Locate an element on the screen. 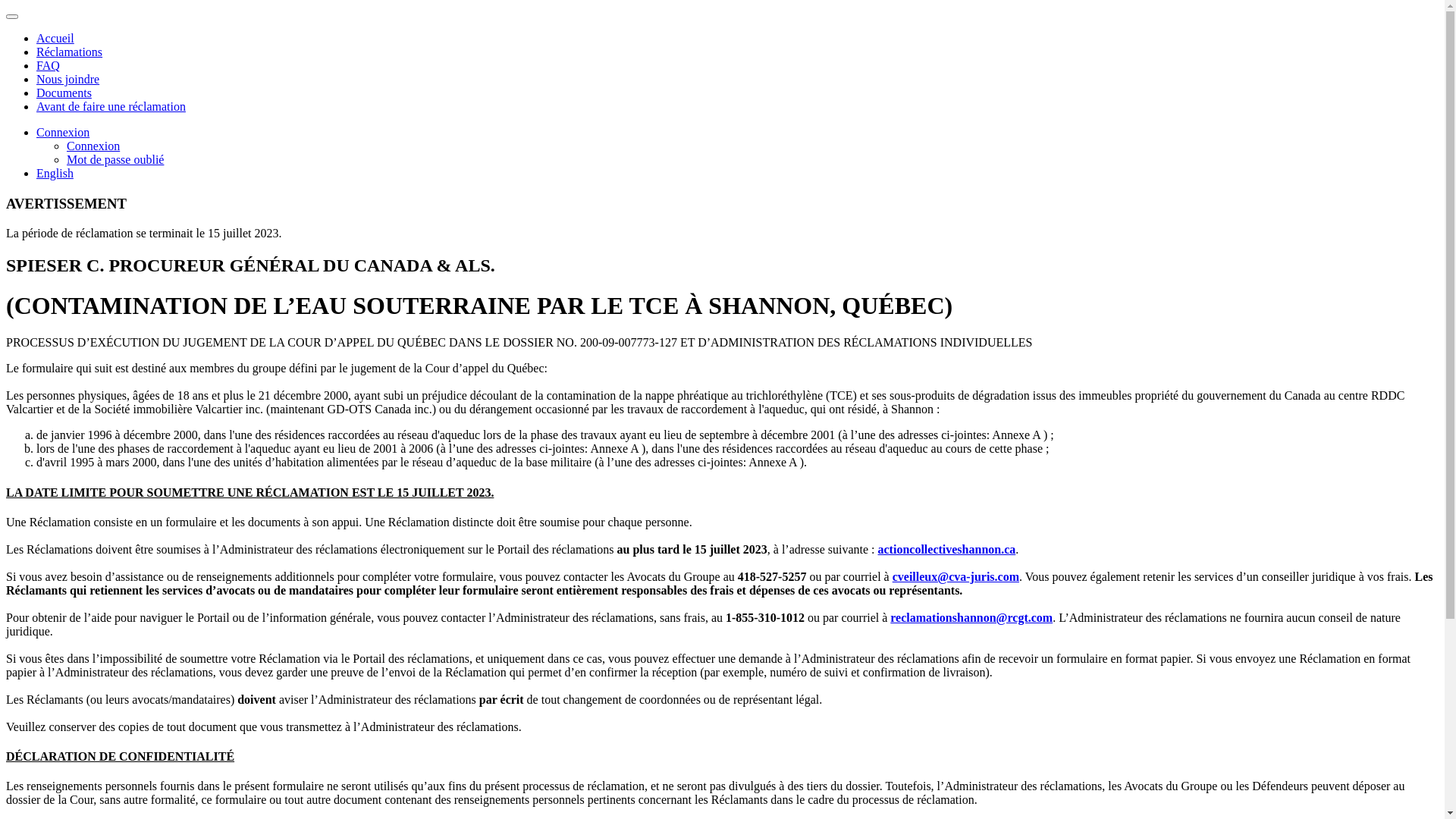  'actioncollectiveshannon.ca' is located at coordinates (946, 549).